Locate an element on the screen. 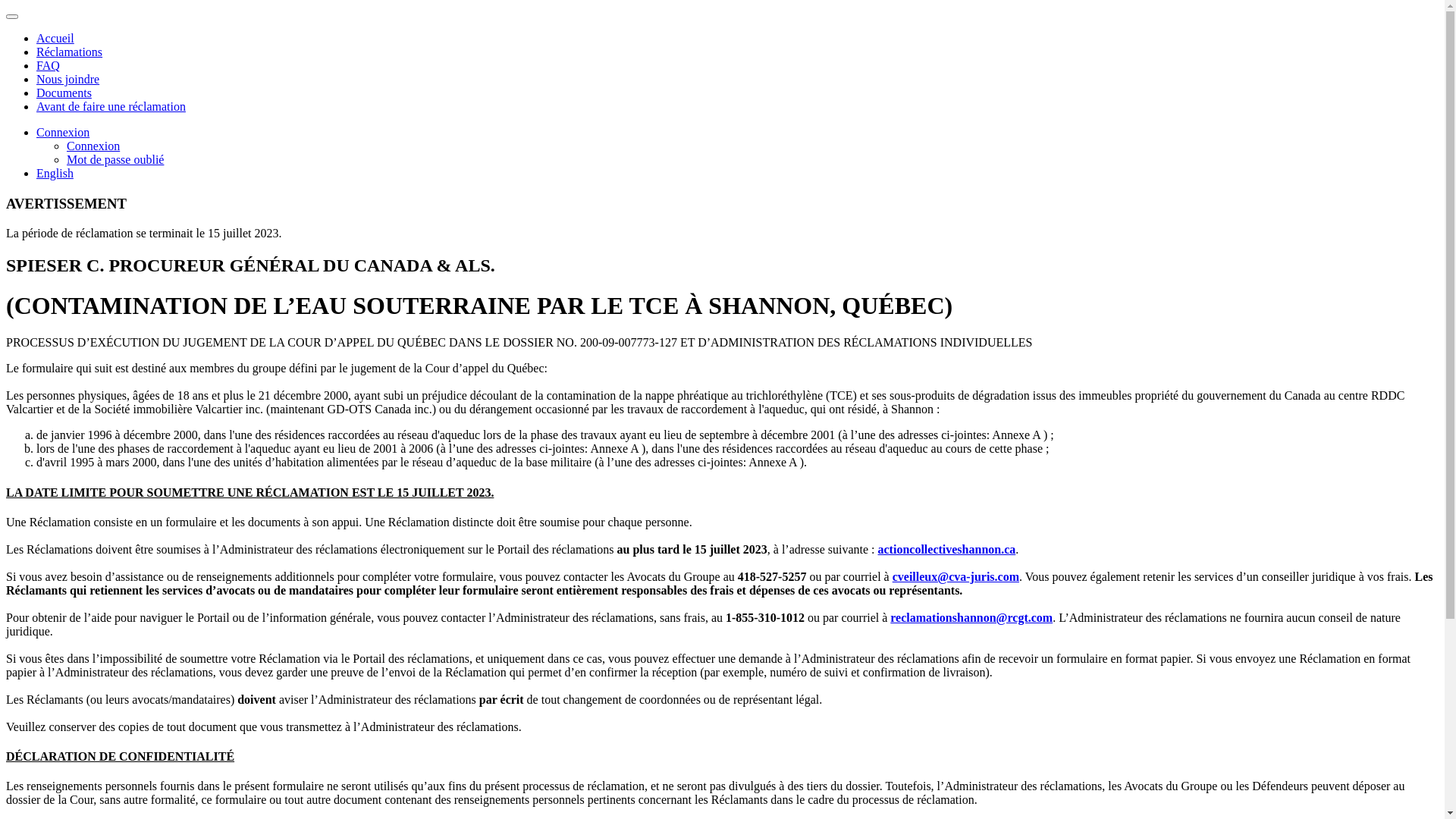  'actioncollectiveshannon.ca' is located at coordinates (946, 549).